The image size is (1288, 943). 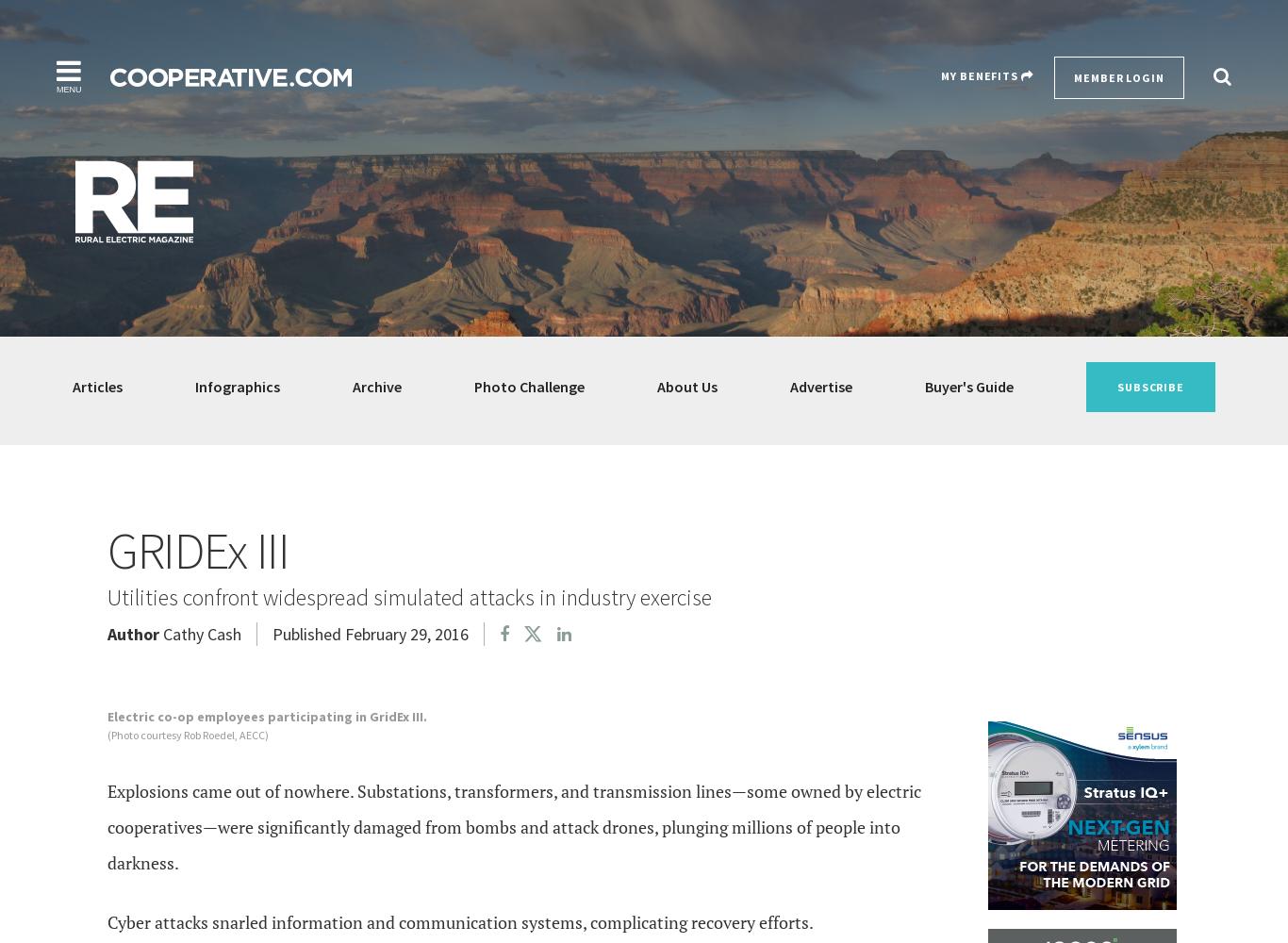 I want to click on 'Published', so click(x=306, y=633).